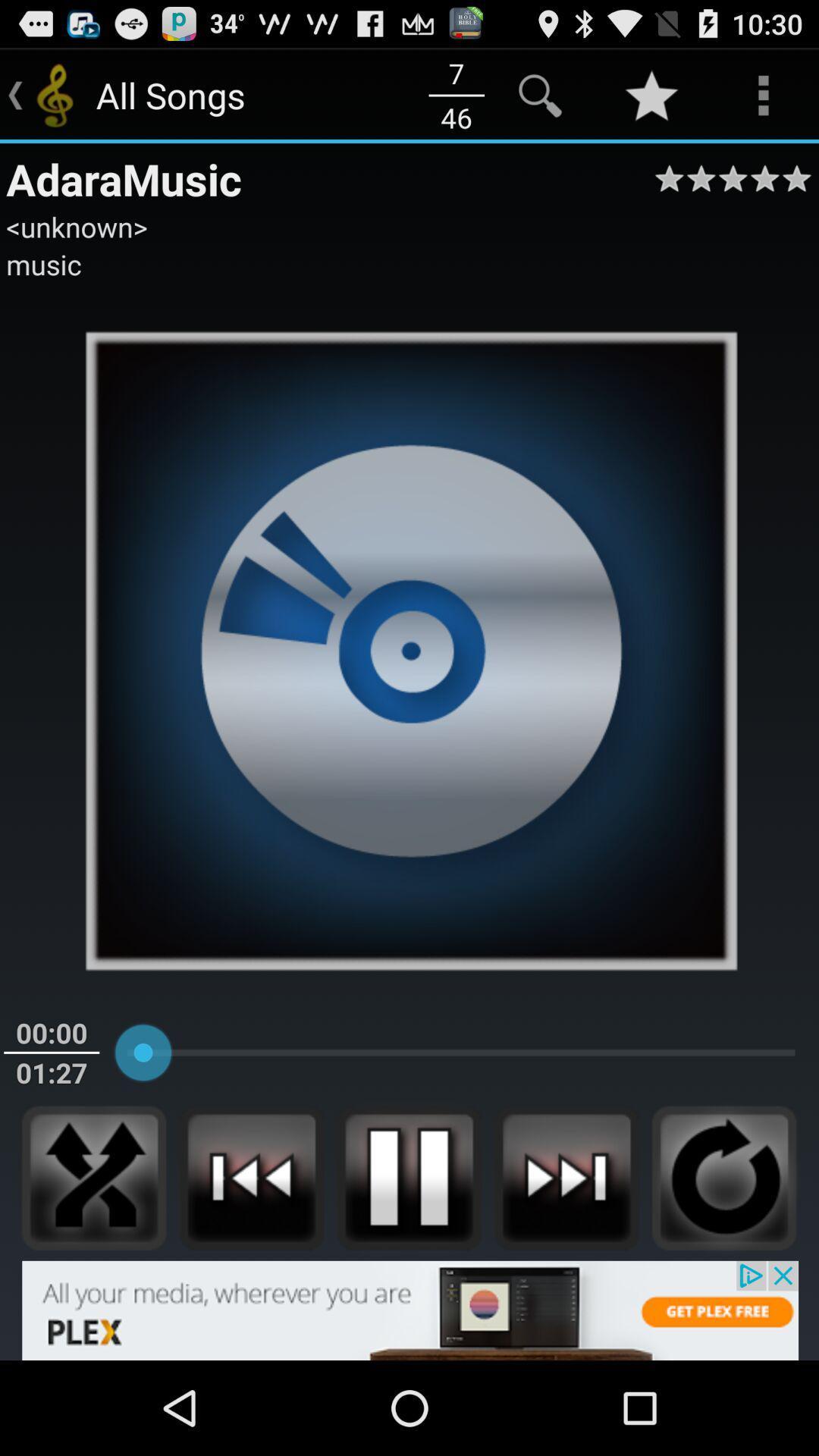 Image resolution: width=819 pixels, height=1456 pixels. Describe the element at coordinates (409, 1178) in the screenshot. I see `the pause` at that location.